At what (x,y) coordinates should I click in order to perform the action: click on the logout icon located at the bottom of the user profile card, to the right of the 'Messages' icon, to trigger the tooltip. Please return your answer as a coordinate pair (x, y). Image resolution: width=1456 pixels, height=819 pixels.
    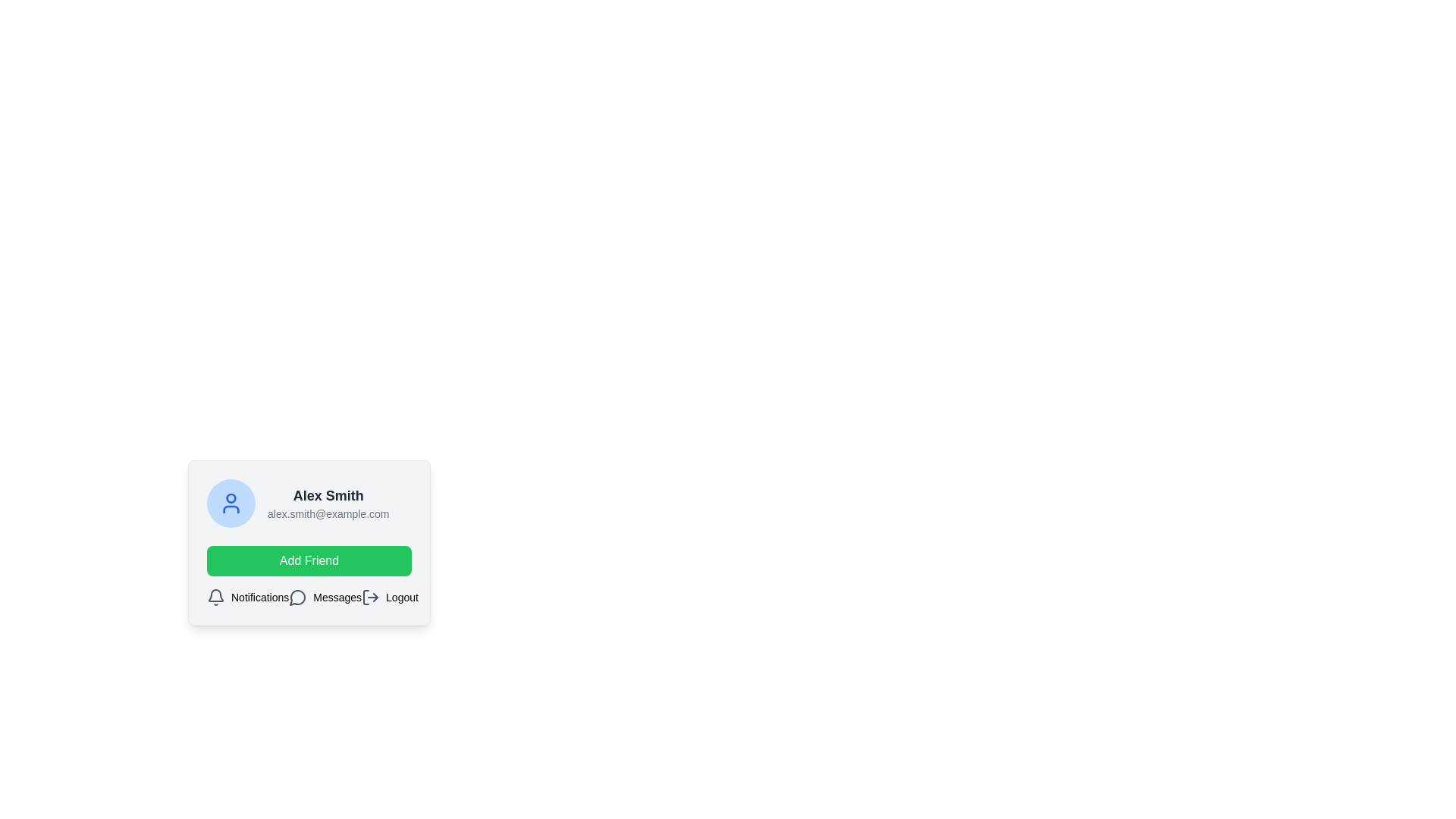
    Looking at the image, I should click on (371, 596).